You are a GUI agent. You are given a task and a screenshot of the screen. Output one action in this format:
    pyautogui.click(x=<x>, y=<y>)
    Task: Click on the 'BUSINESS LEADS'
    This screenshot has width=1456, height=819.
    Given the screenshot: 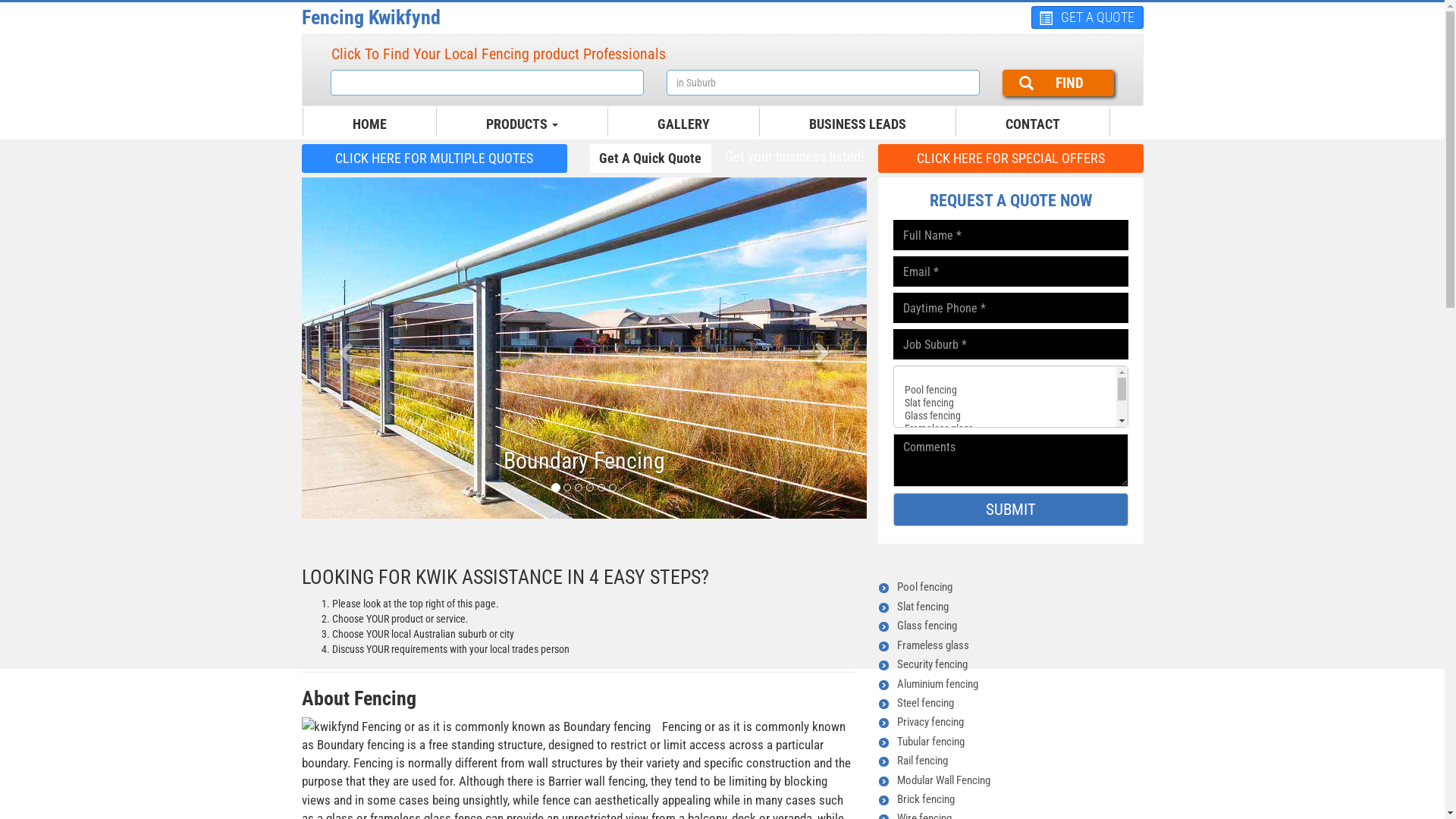 What is the action you would take?
    pyautogui.click(x=858, y=124)
    